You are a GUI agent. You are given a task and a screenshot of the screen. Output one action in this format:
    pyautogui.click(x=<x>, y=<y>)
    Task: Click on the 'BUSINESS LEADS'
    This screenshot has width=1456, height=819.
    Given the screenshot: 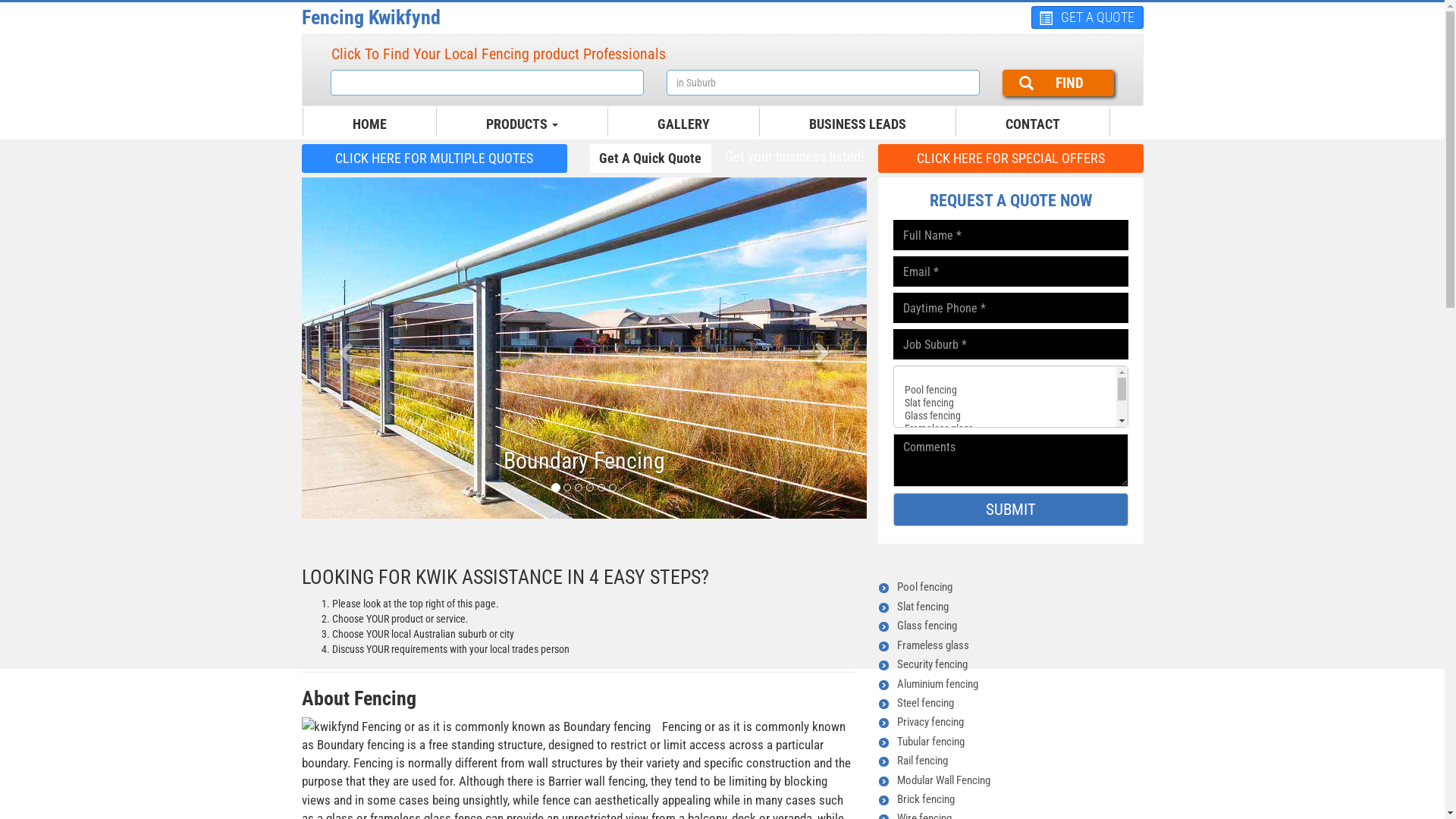 What is the action you would take?
    pyautogui.click(x=858, y=124)
    